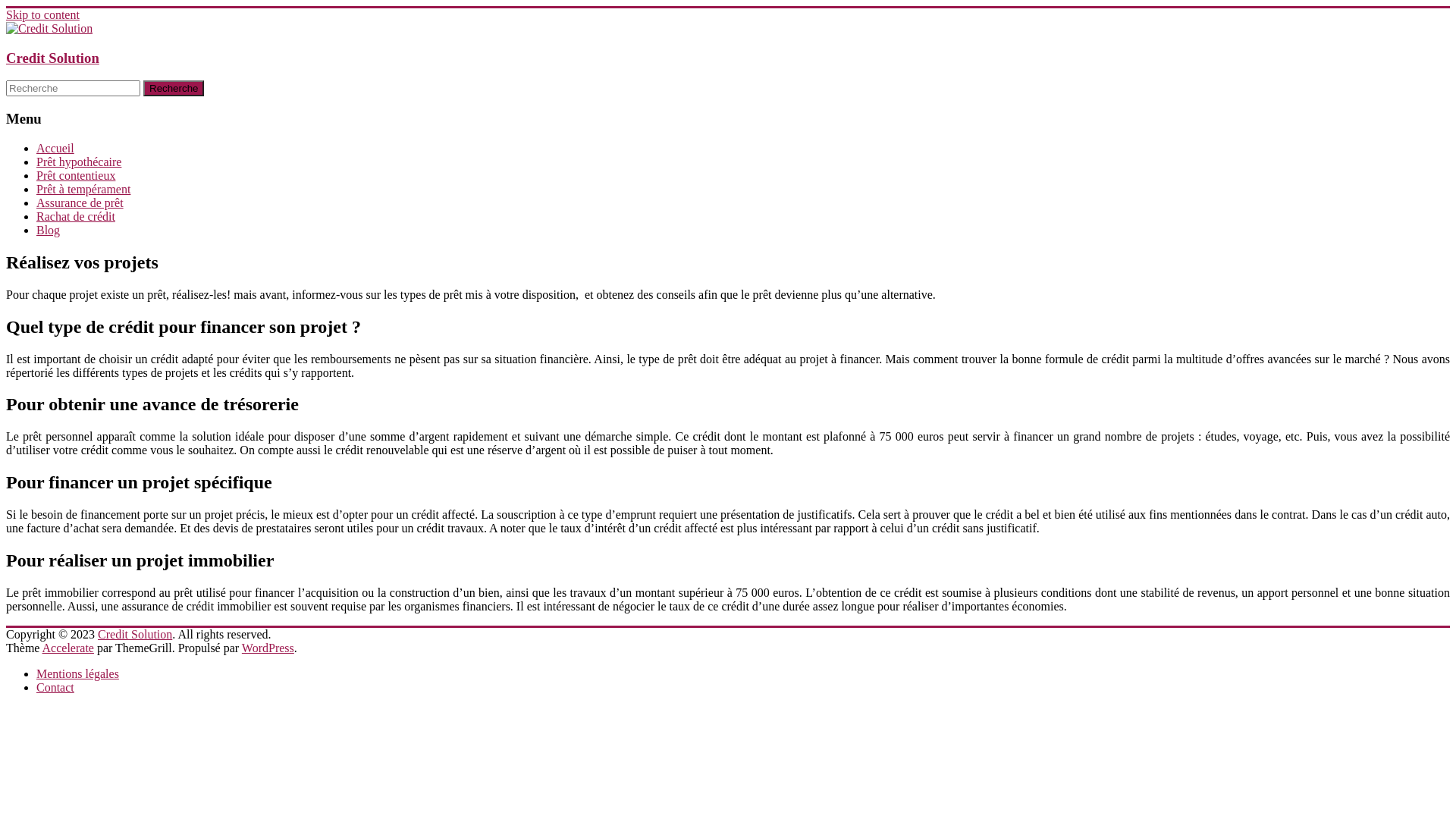  Describe the element at coordinates (67, 648) in the screenshot. I see `'Accelerate'` at that location.